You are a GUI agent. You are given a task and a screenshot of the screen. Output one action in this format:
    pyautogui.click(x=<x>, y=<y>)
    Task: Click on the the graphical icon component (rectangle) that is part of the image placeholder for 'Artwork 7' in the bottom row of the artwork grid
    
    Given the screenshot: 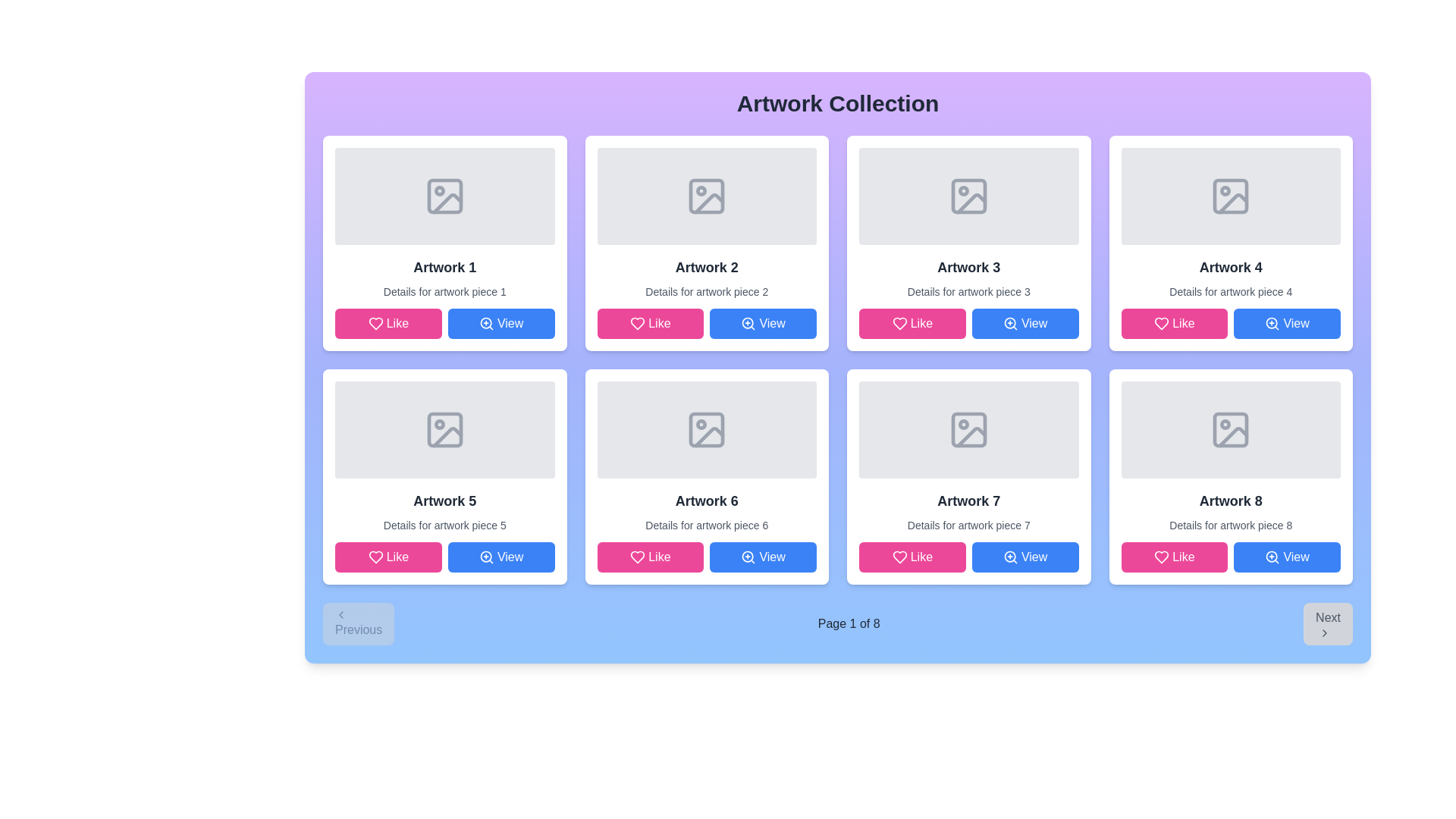 What is the action you would take?
    pyautogui.click(x=968, y=430)
    